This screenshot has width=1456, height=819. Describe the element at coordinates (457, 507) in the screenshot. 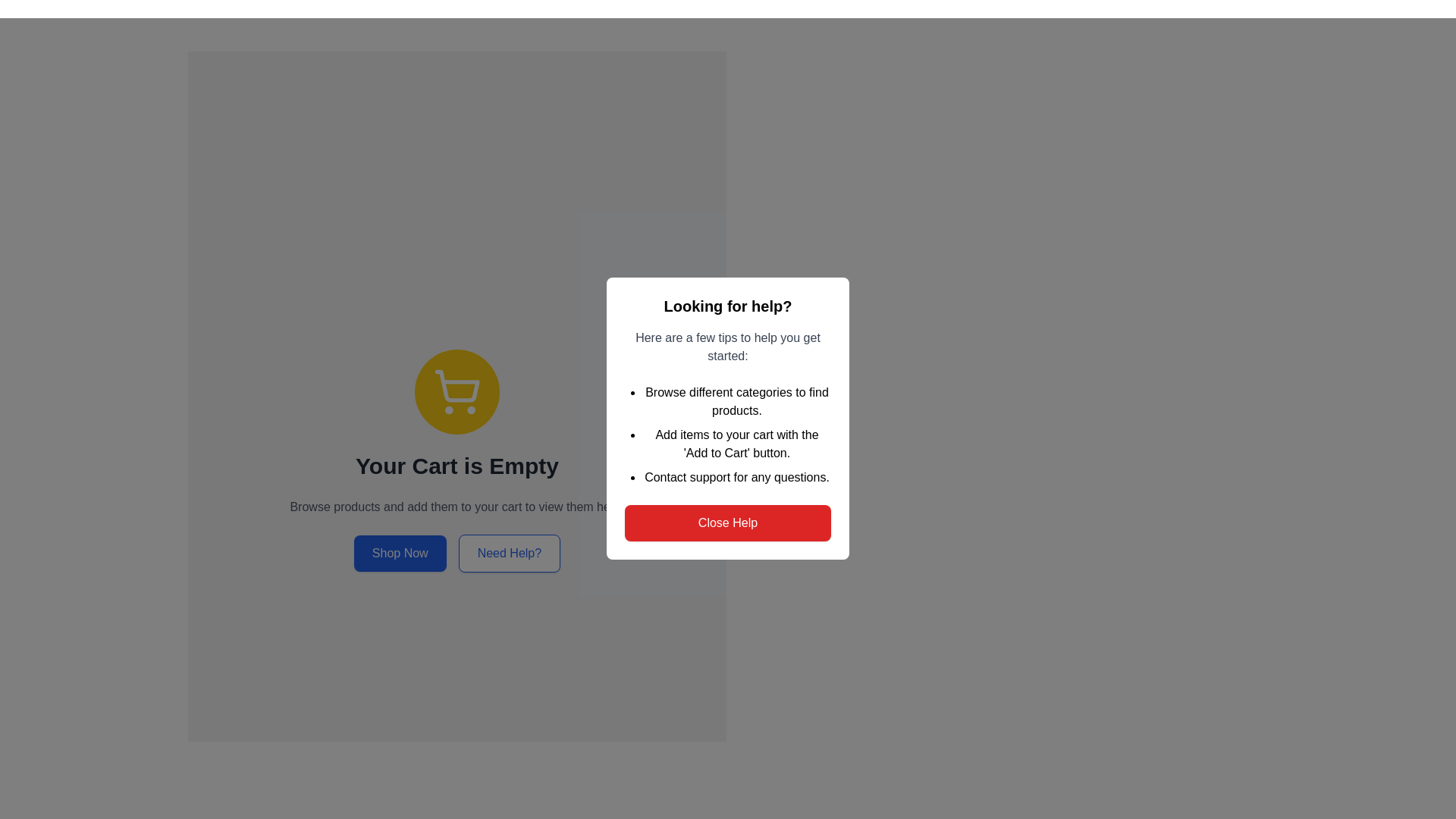

I see `the text label that encourages users` at that location.